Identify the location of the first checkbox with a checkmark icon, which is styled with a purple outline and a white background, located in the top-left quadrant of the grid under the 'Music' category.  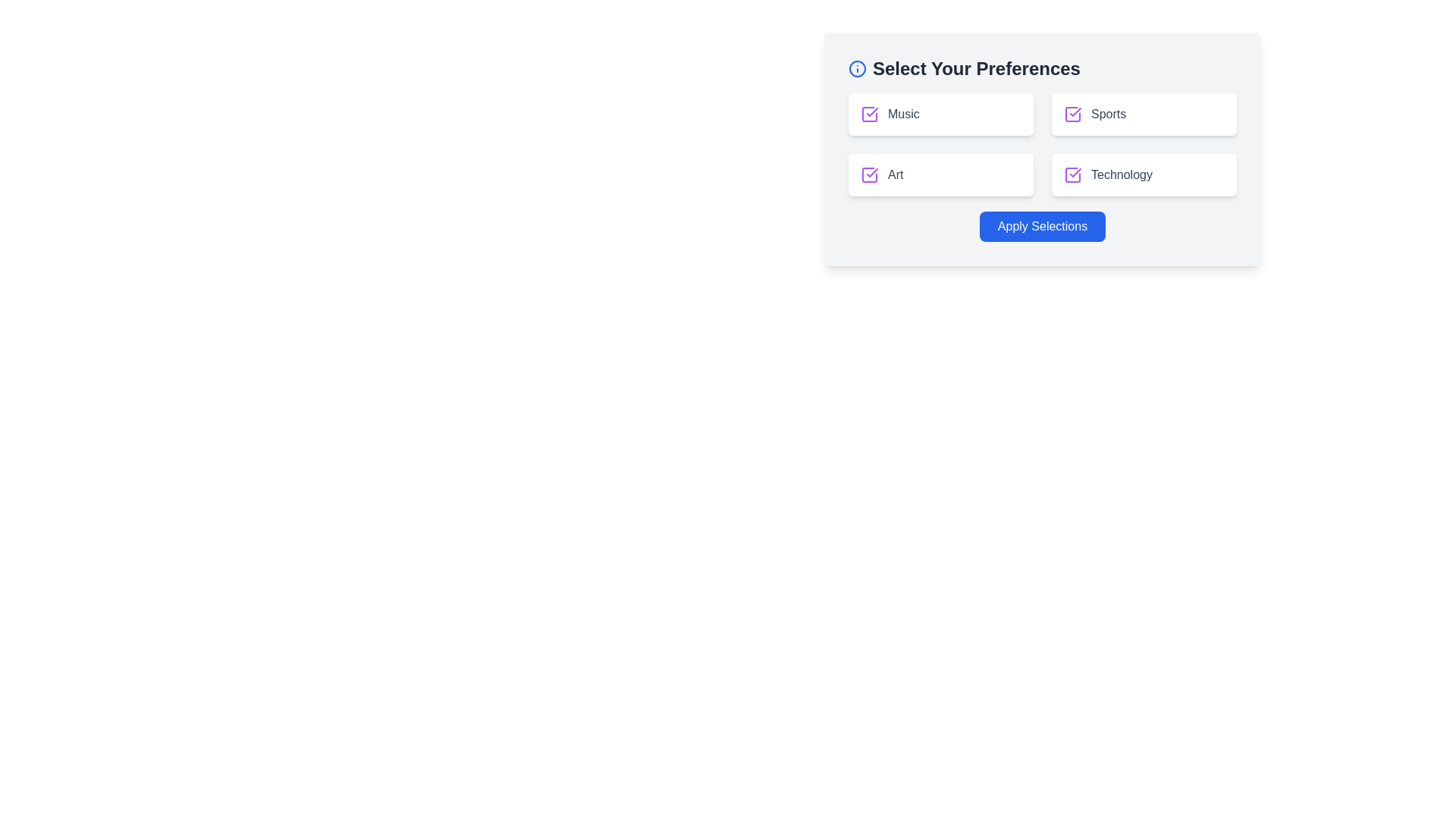
(870, 113).